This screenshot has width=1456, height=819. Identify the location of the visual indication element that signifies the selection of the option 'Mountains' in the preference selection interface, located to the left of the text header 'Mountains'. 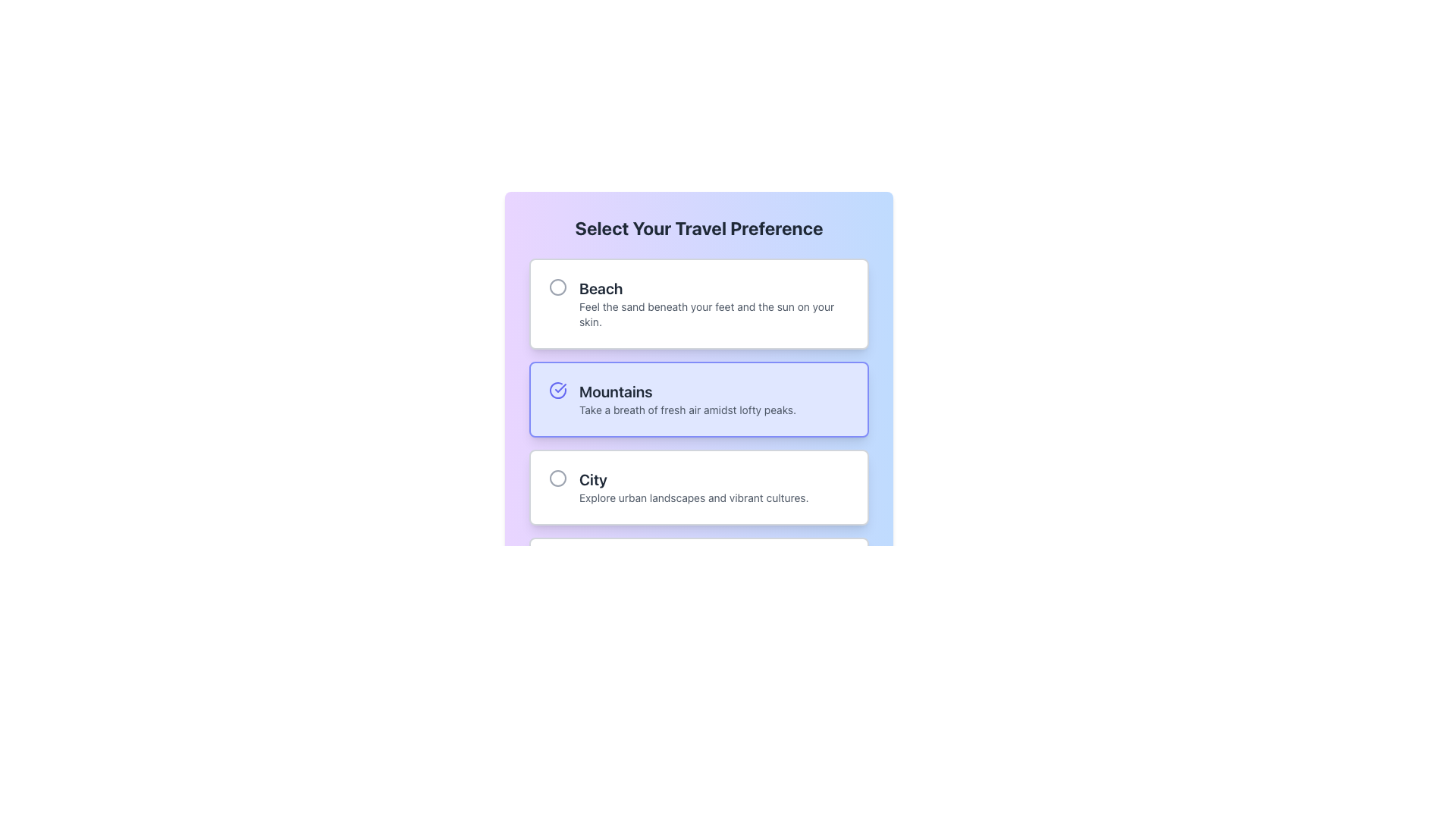
(557, 390).